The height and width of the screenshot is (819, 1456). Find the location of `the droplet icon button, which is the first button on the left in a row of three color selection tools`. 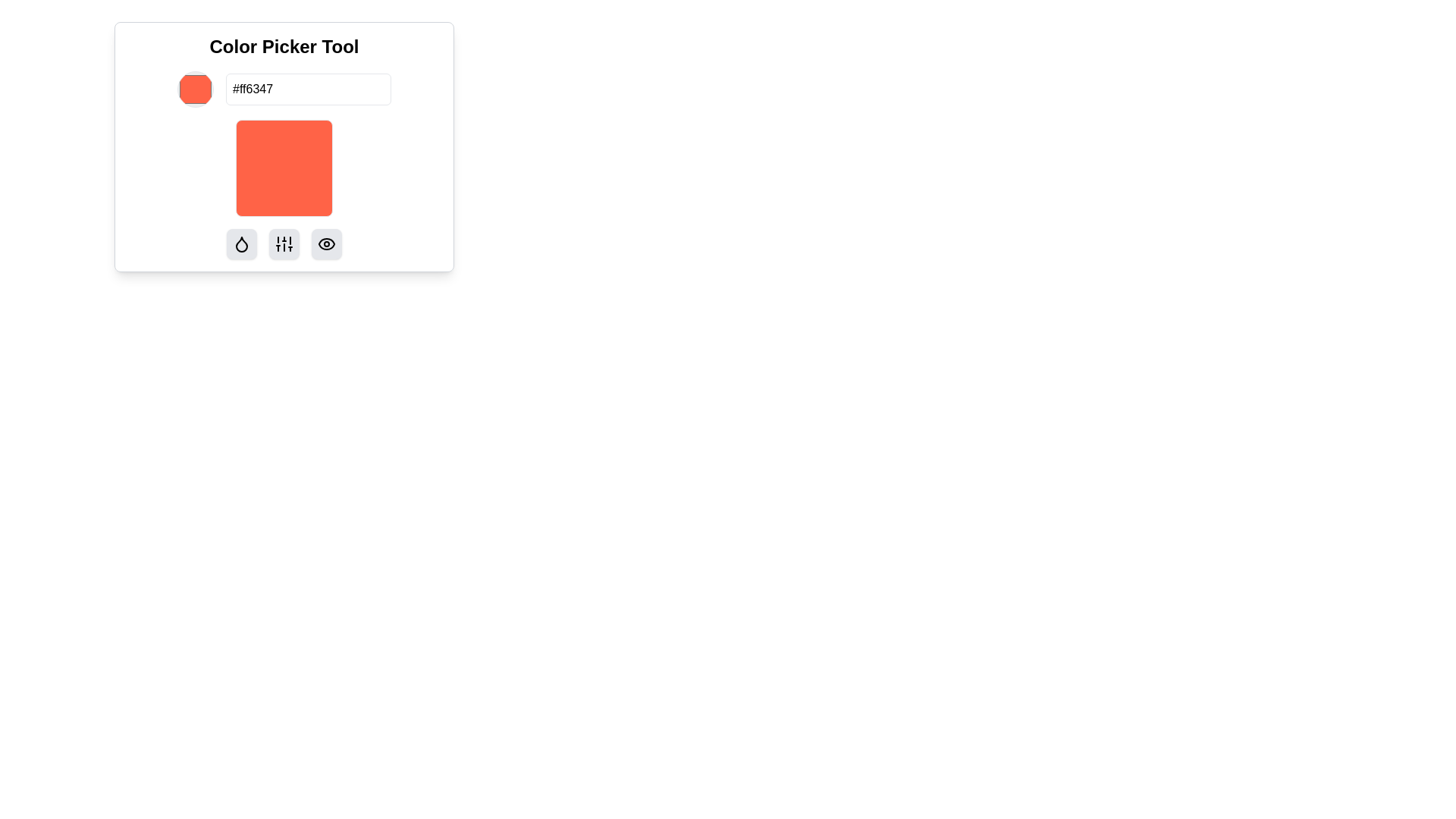

the droplet icon button, which is the first button on the left in a row of three color selection tools is located at coordinates (240, 243).